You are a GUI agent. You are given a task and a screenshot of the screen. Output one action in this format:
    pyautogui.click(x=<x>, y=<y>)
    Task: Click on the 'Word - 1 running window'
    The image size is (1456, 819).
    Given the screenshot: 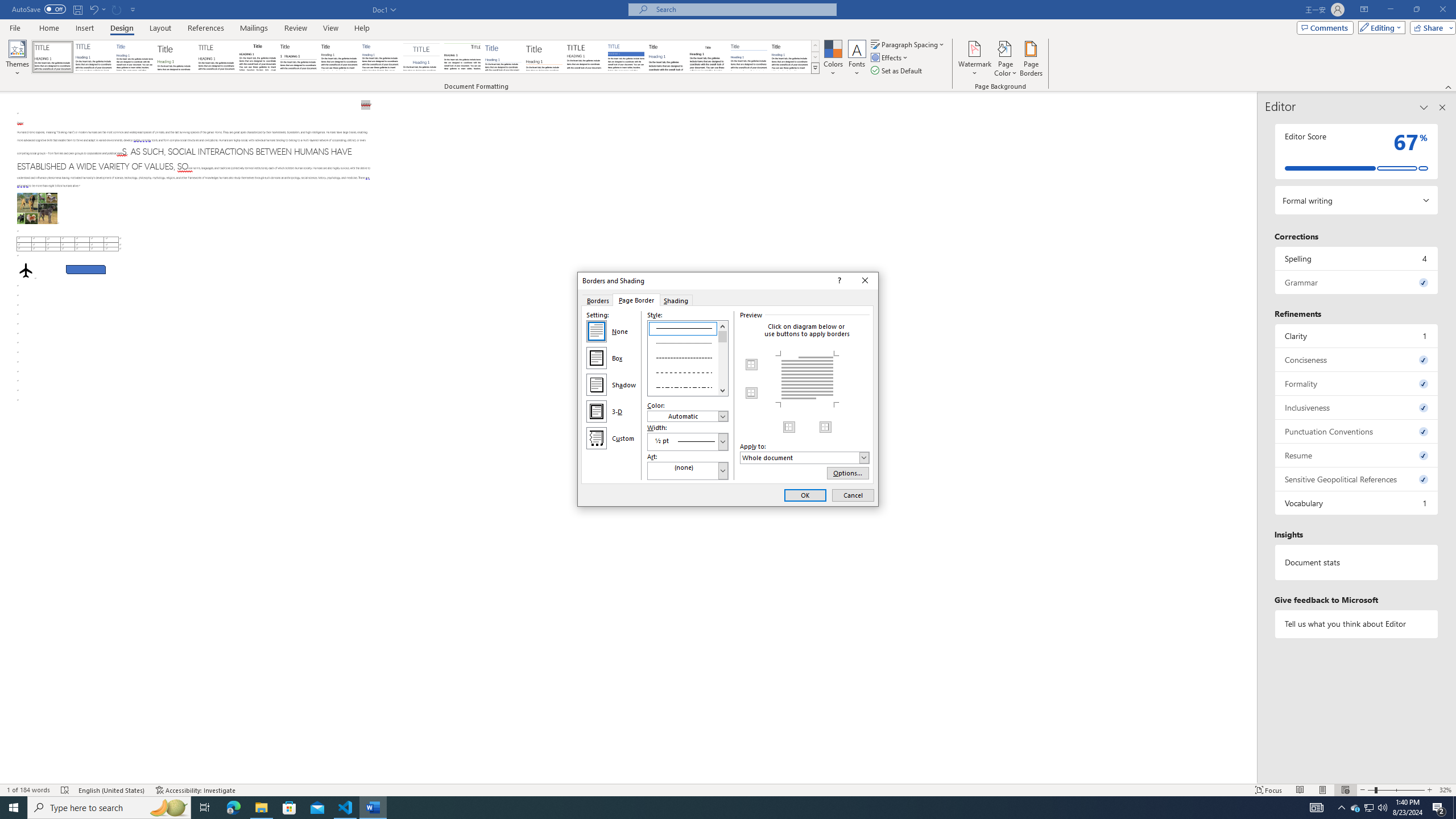 What is the action you would take?
    pyautogui.click(x=373, y=806)
    